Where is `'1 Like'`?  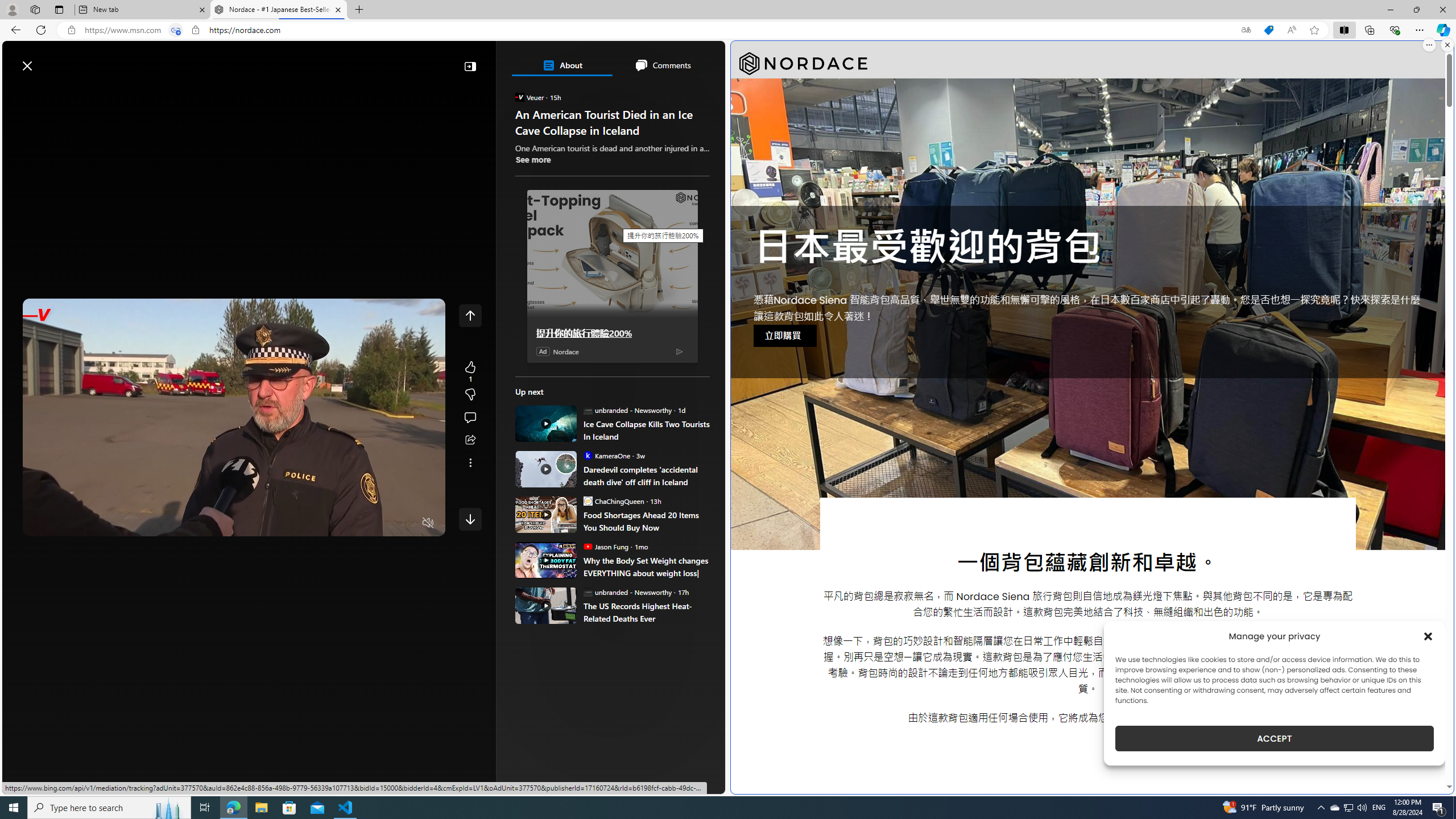 '1 Like' is located at coordinates (470, 371).